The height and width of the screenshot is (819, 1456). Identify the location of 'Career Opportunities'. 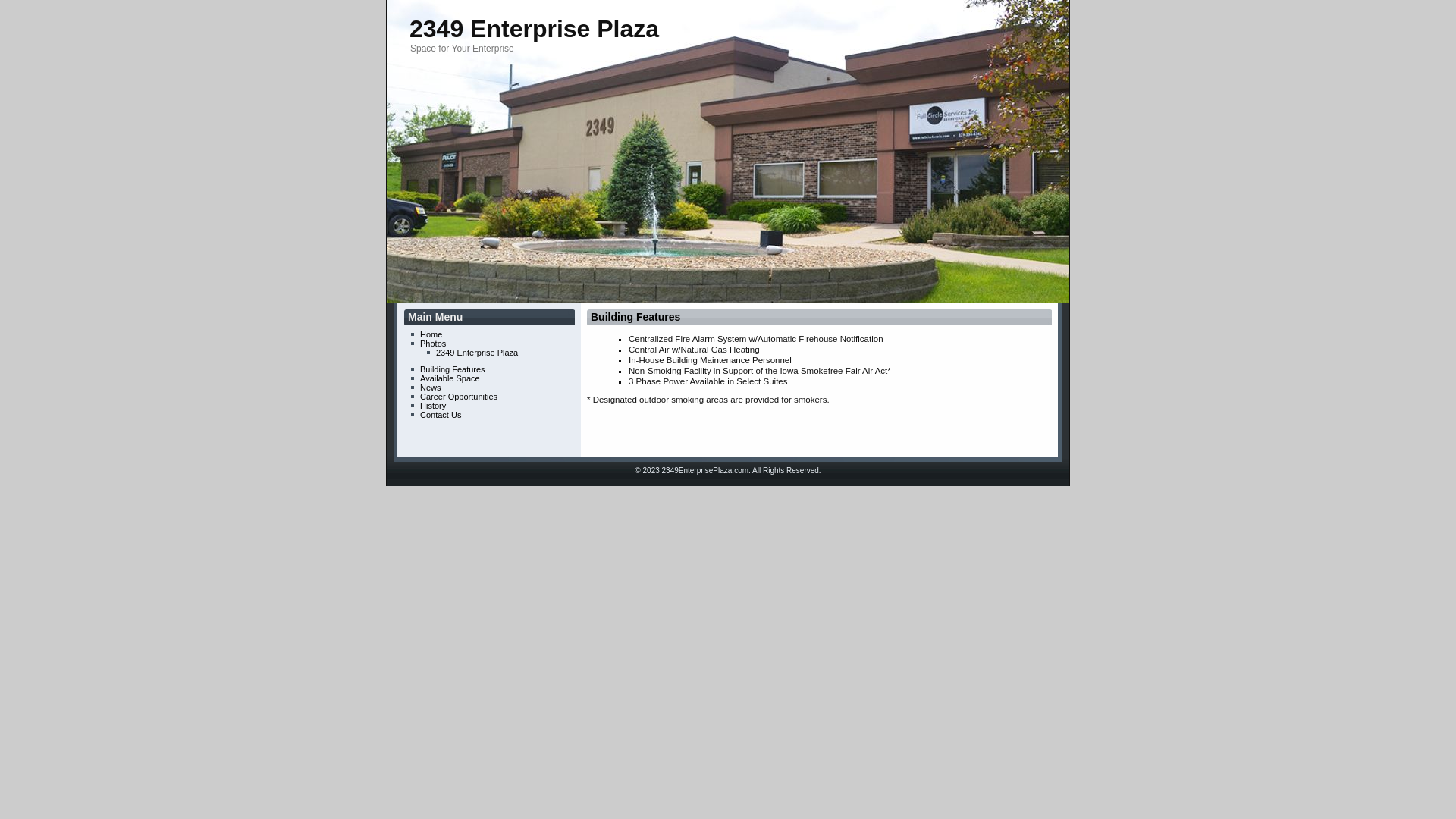
(457, 396).